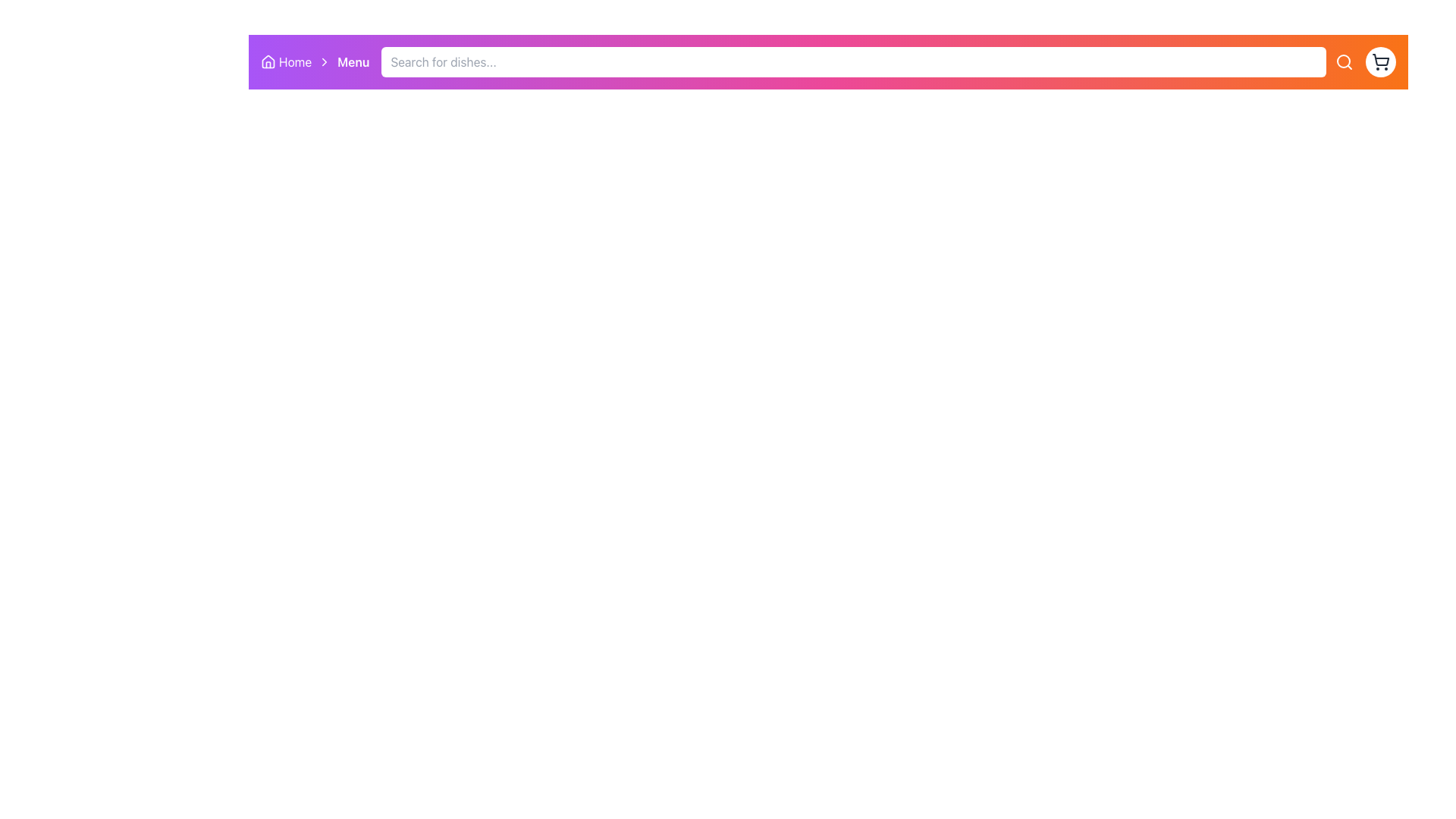  I want to click on the Chevron Icon located at the right side of the 'Menu' label in the navigation bar, so click(324, 61).